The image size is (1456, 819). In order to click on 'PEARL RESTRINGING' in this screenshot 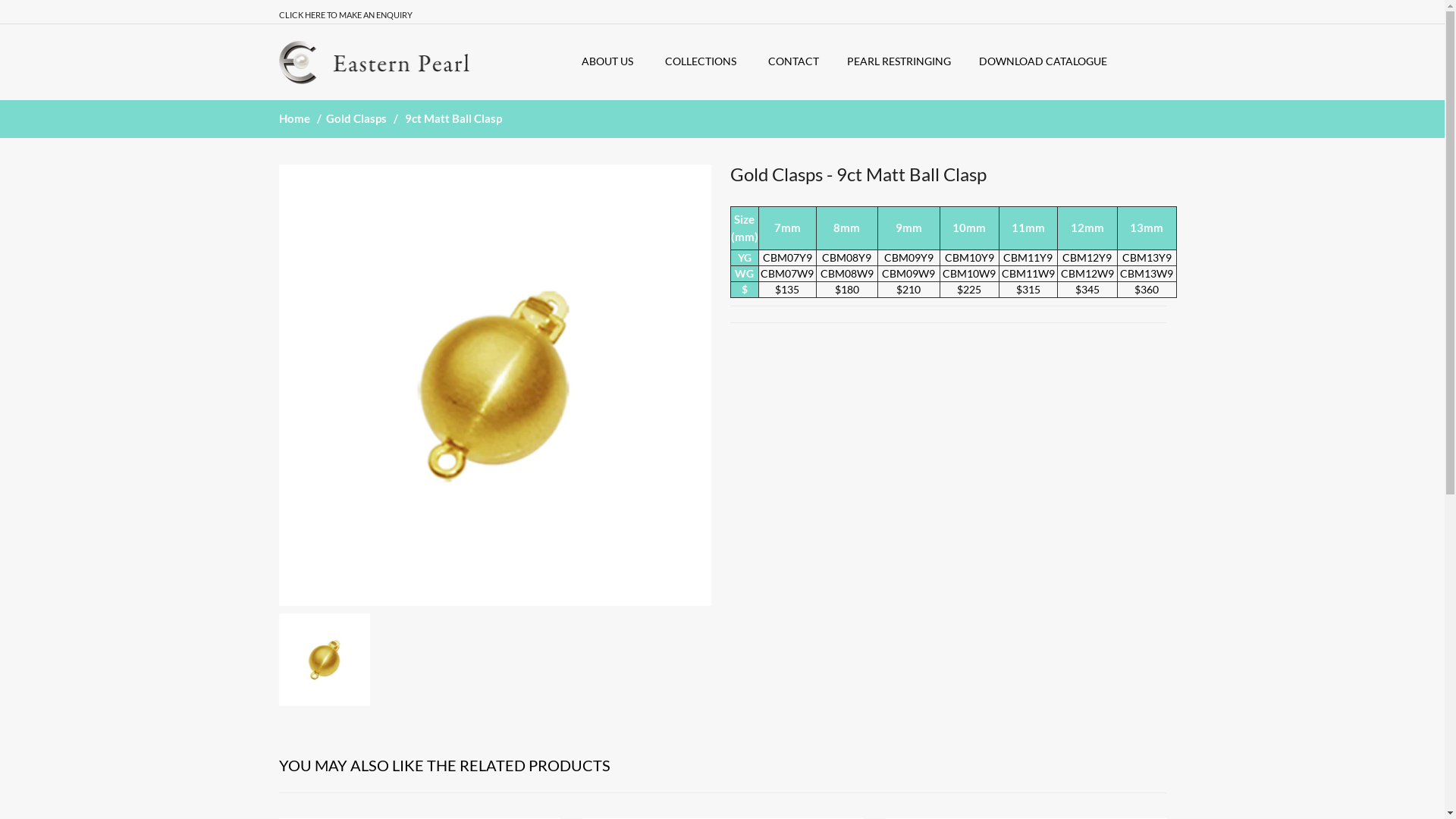, I will do `click(846, 61)`.